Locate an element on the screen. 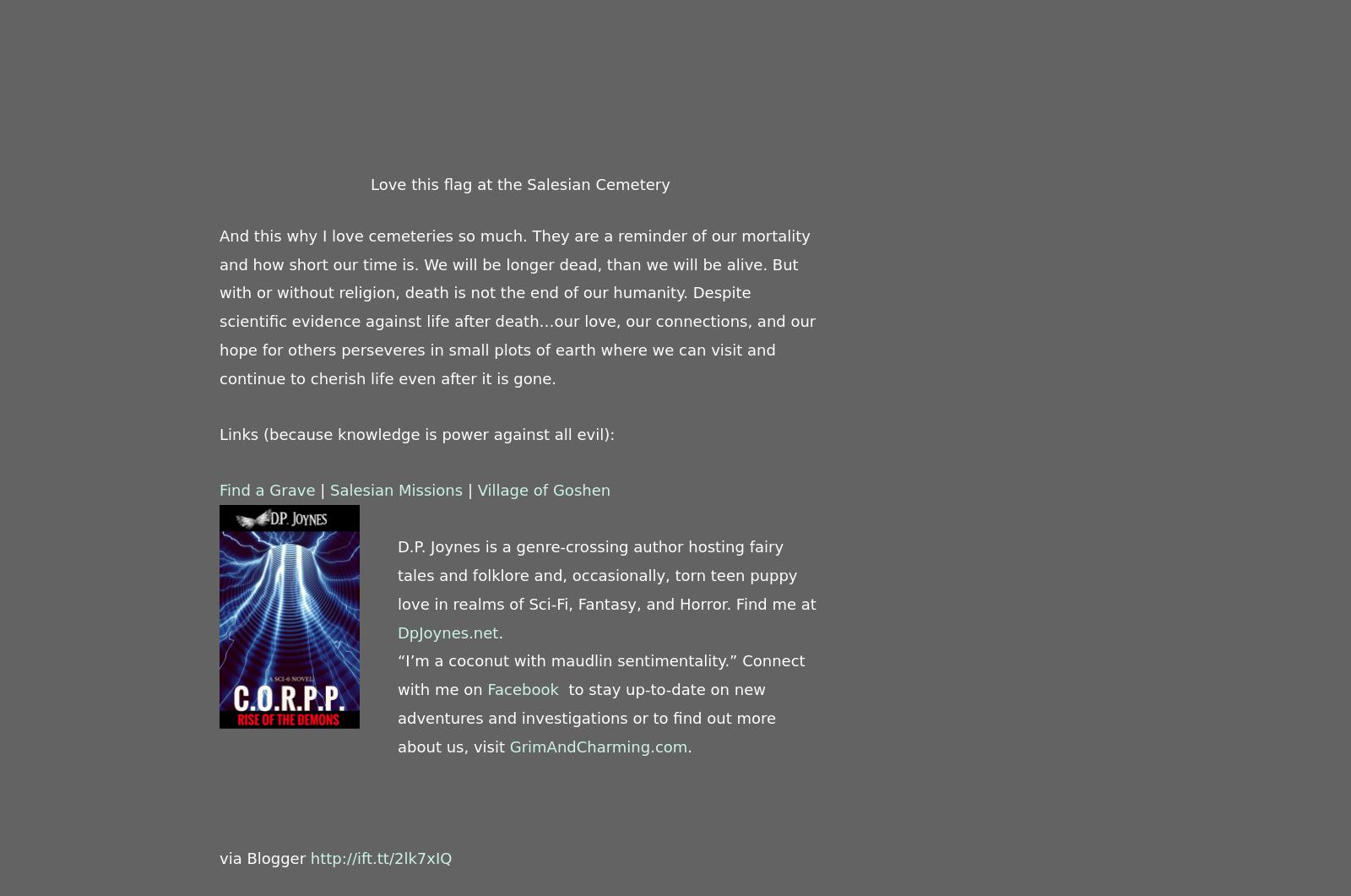  'Find a Grave' is located at coordinates (267, 488).